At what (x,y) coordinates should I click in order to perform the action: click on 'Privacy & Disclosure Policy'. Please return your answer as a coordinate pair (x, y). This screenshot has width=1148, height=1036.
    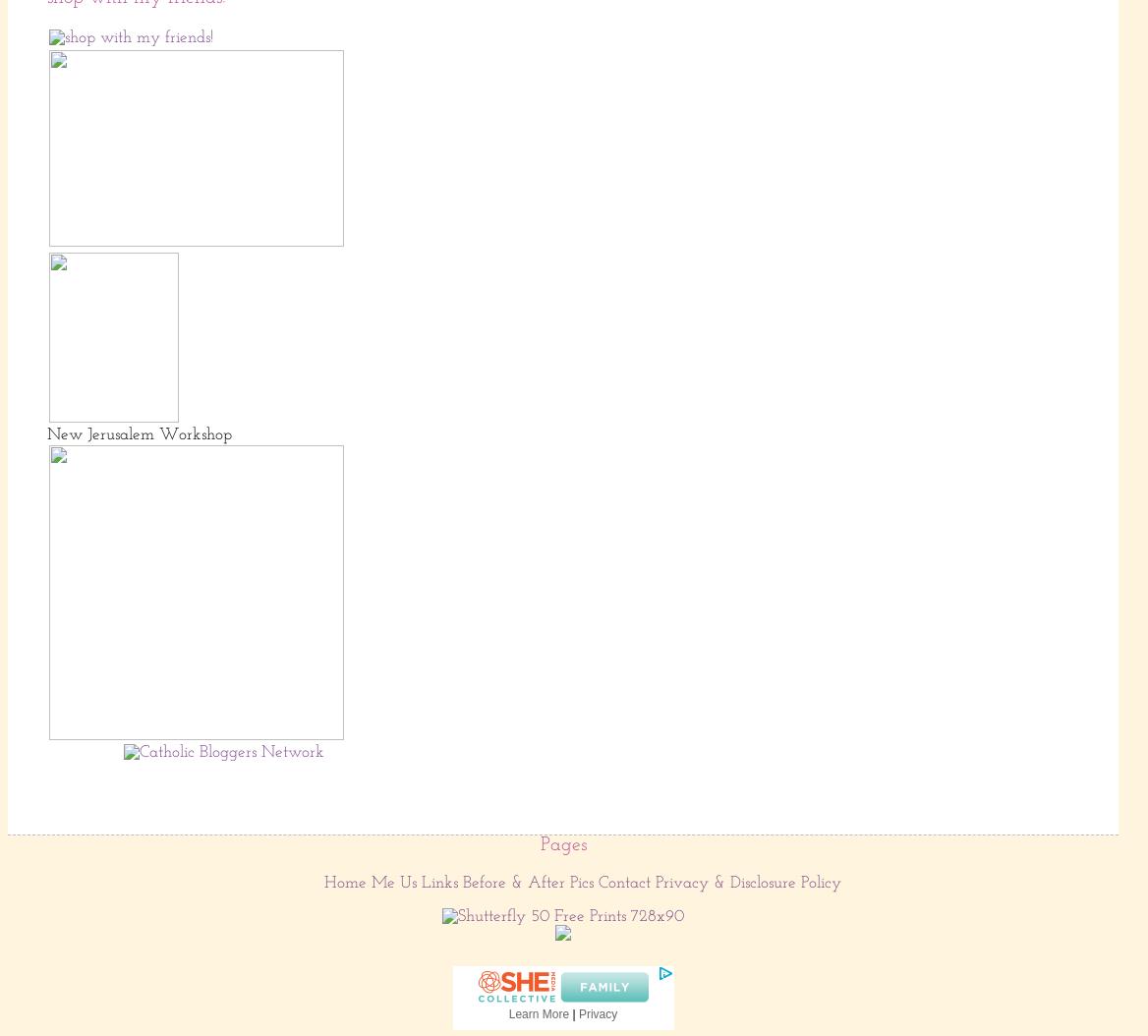
    Looking at the image, I should click on (748, 881).